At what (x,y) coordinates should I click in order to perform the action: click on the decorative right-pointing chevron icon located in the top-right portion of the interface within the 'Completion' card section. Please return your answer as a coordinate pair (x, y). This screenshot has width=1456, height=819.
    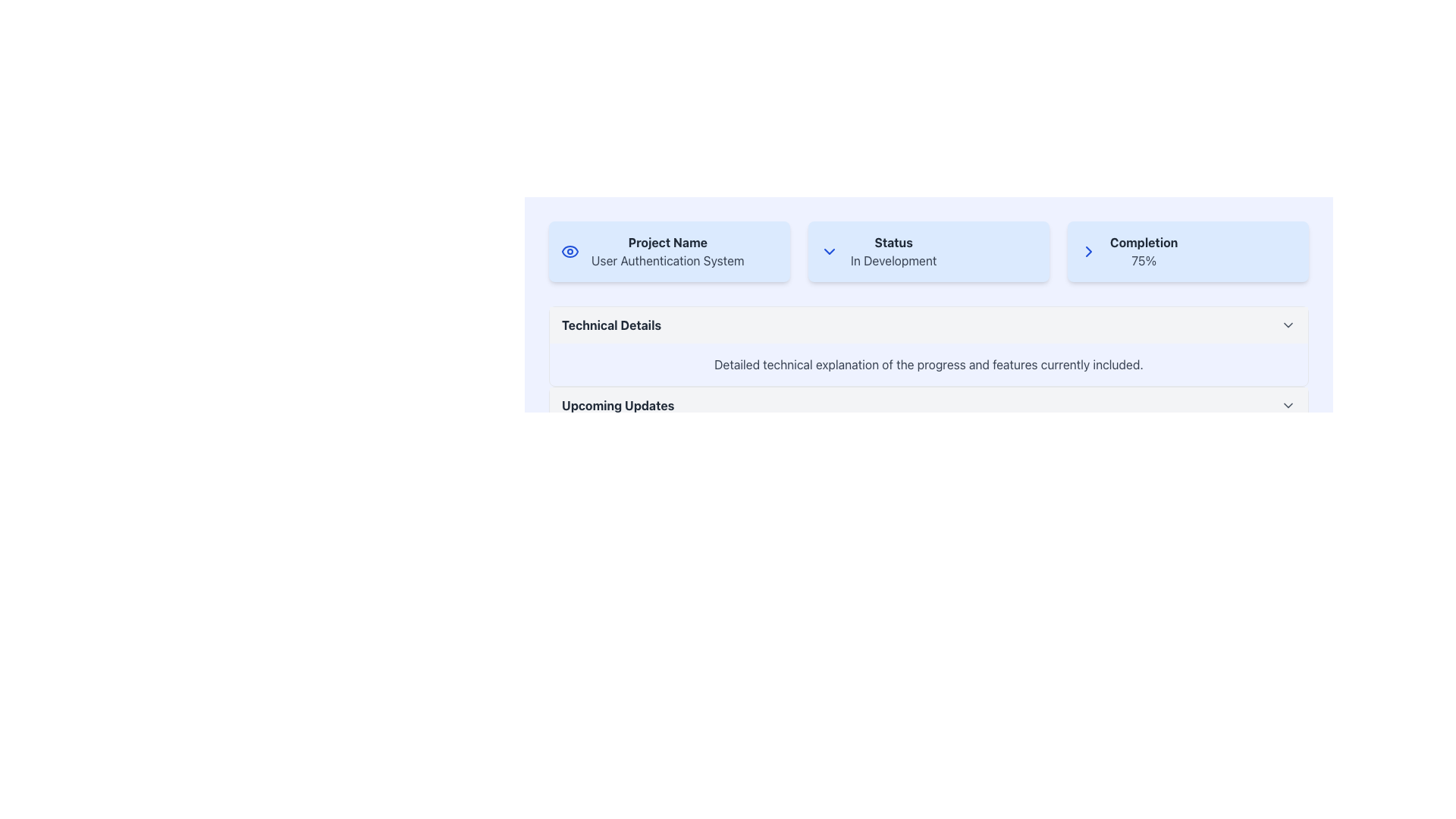
    Looking at the image, I should click on (1087, 250).